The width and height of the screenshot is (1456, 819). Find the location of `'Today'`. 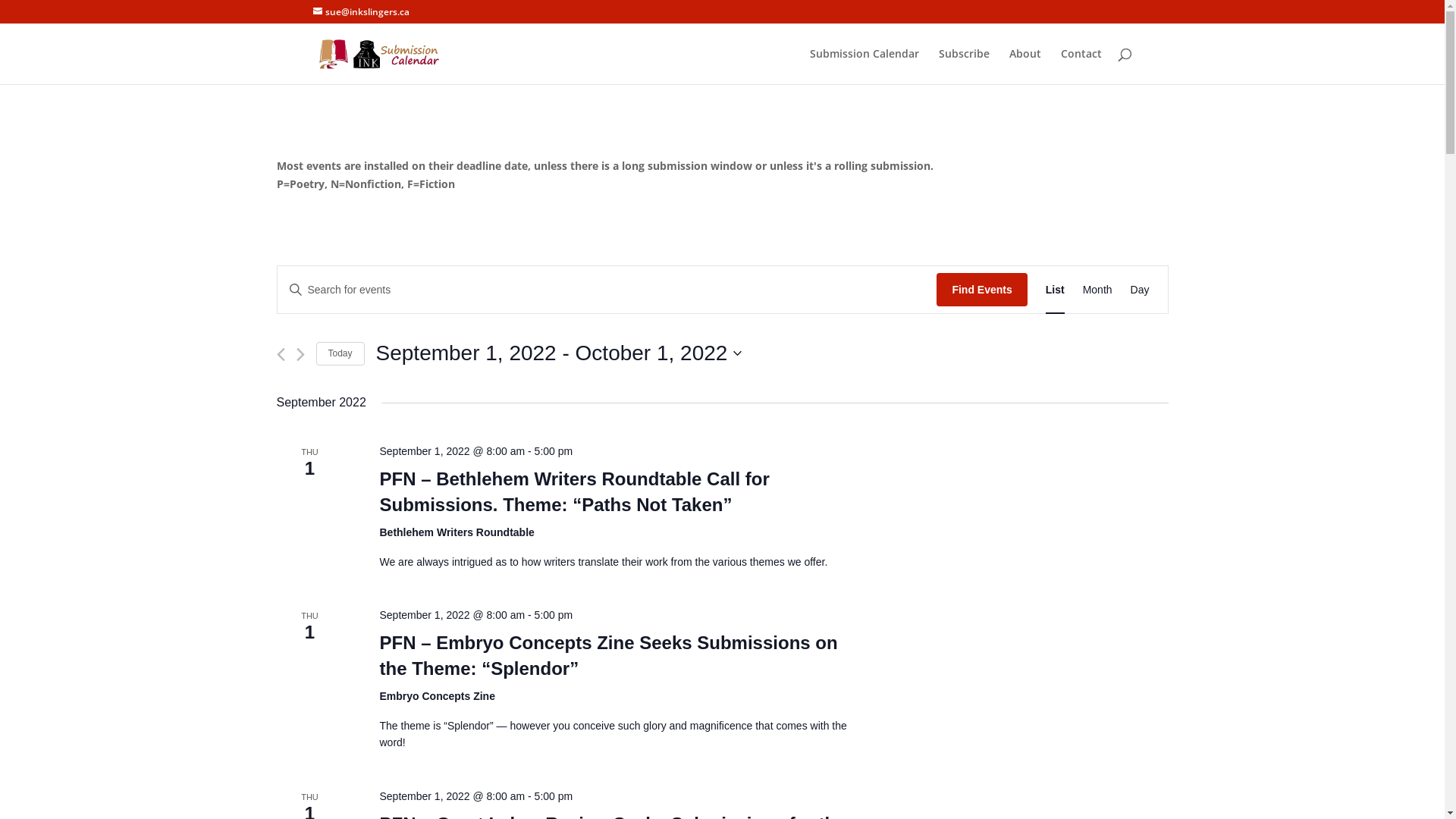

'Today' is located at coordinates (338, 353).